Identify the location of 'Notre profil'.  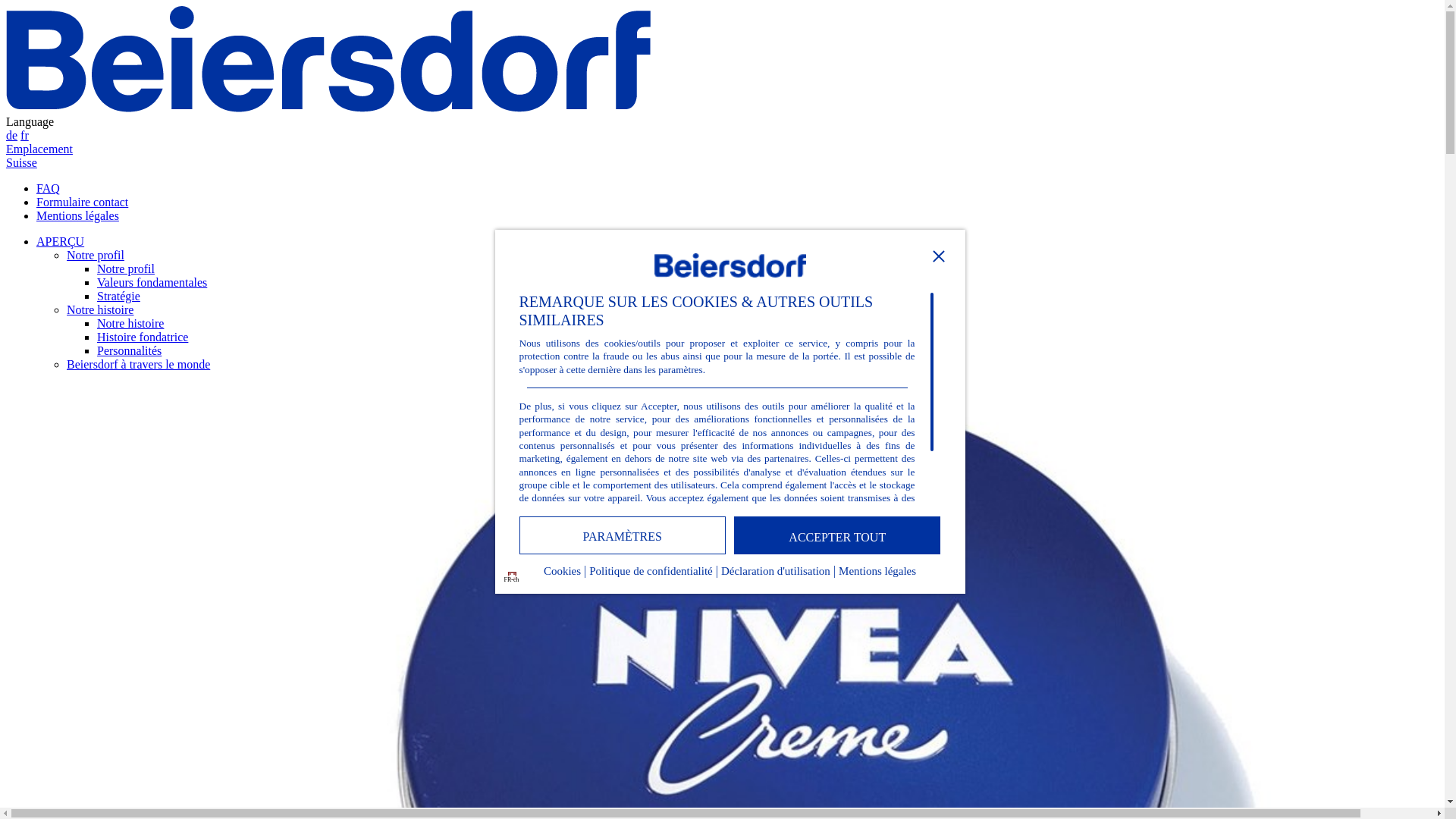
(94, 254).